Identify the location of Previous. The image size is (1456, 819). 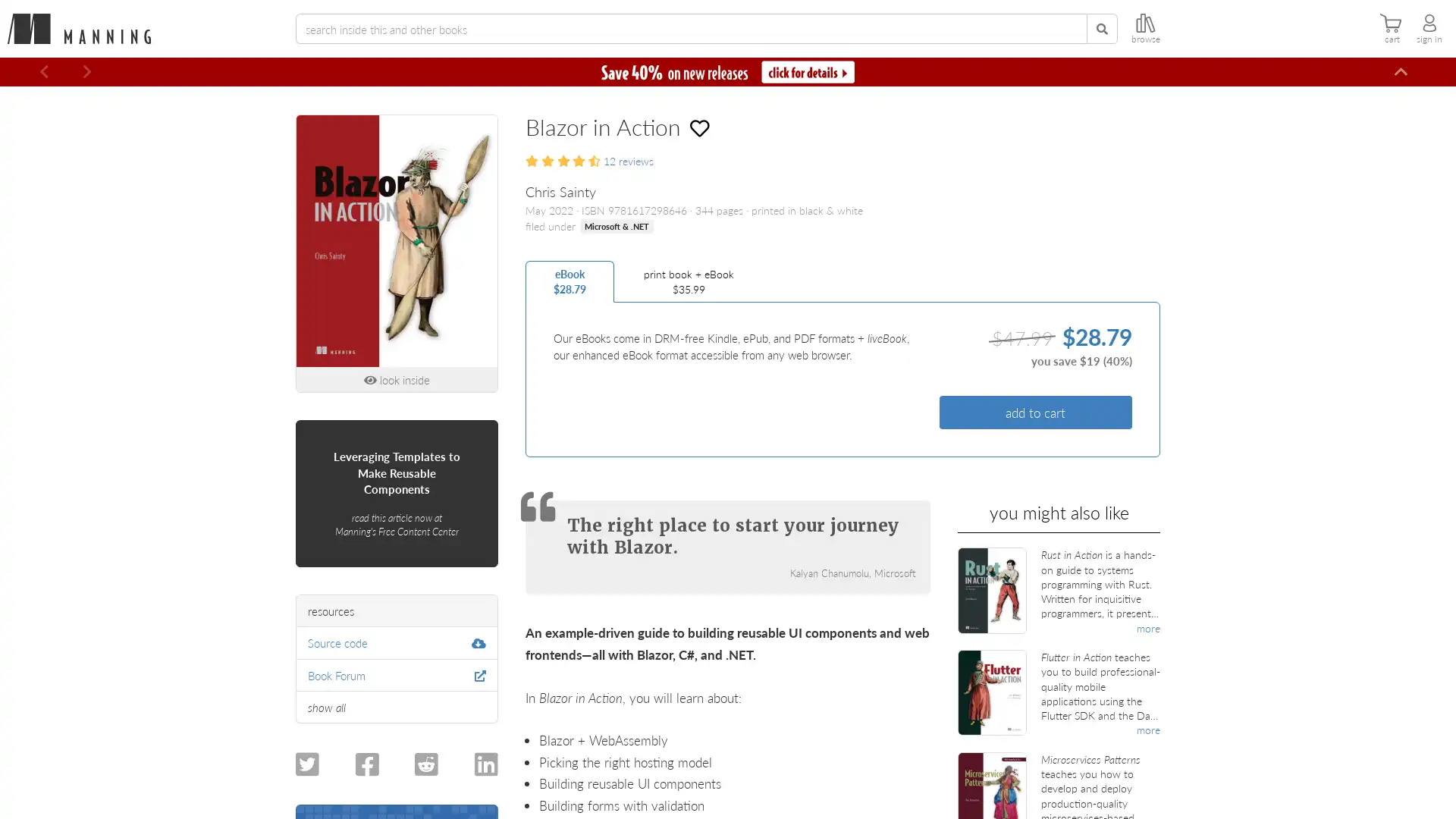
(44, 72).